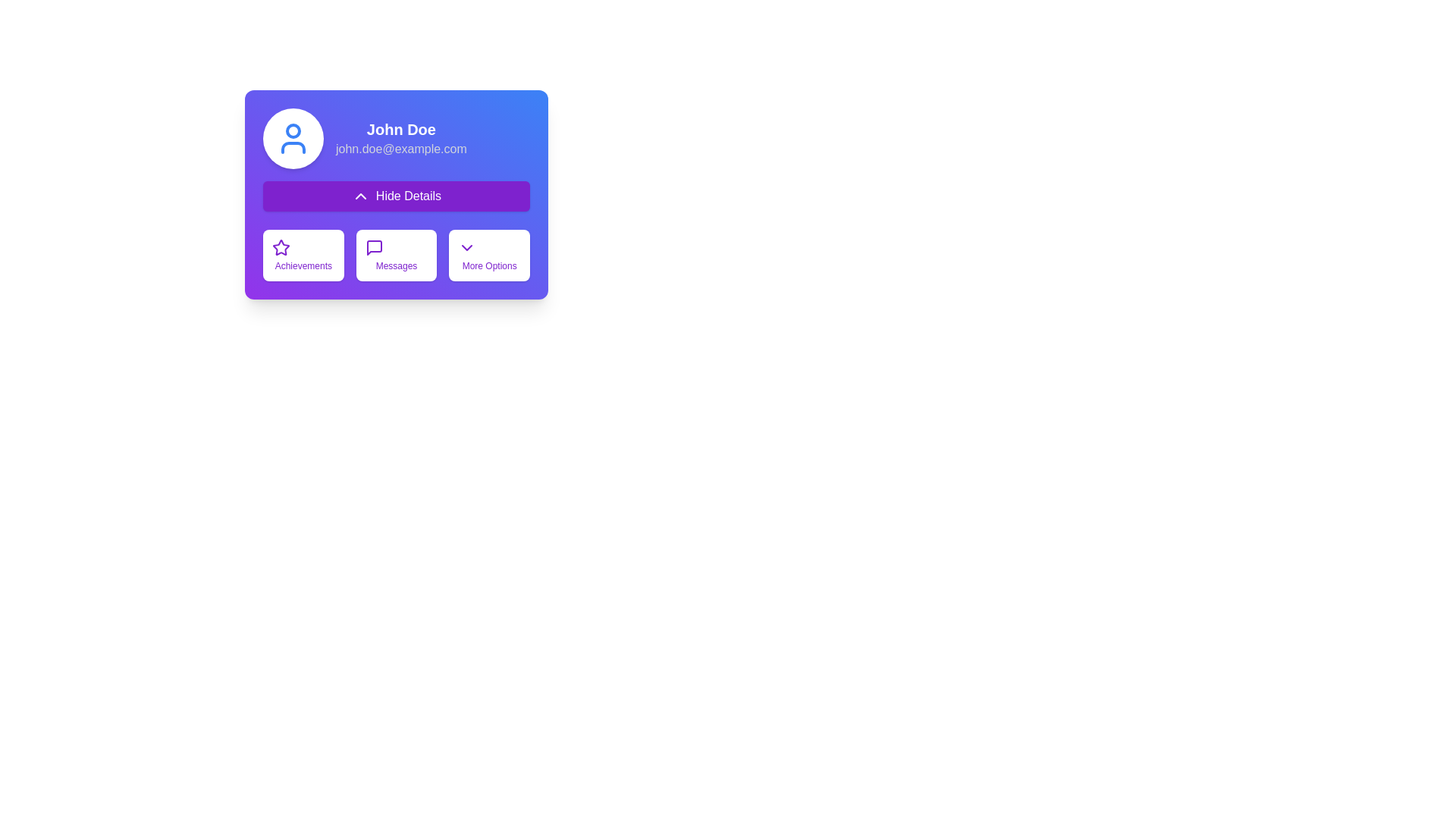  I want to click on properties of the 'Messages' icon, located in the middle of the bottom row of buttons, specifically the second button from the left, so click(374, 247).